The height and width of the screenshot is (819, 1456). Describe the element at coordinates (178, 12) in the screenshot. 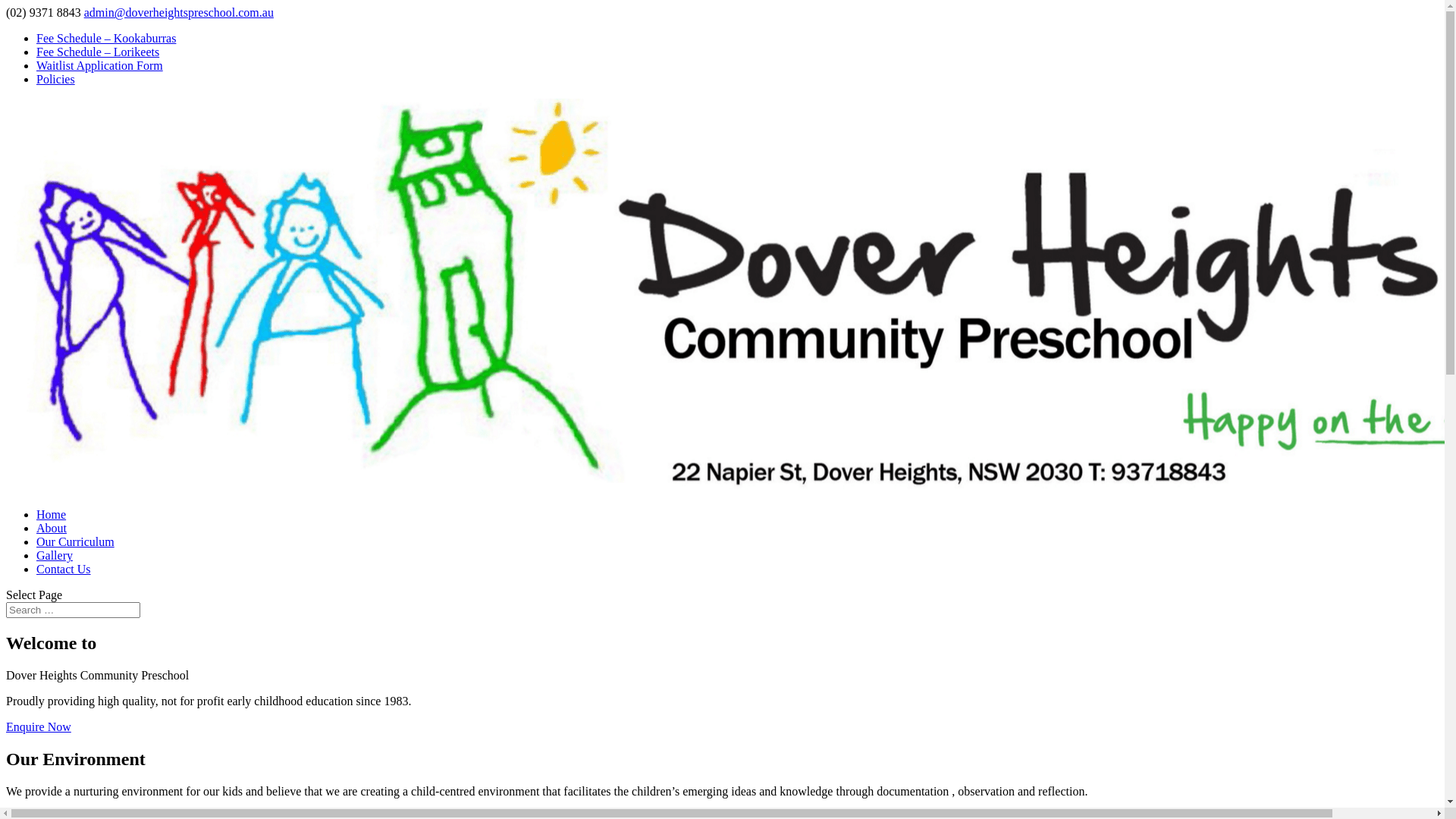

I see `'admin@doverheightspreschool.com.au'` at that location.